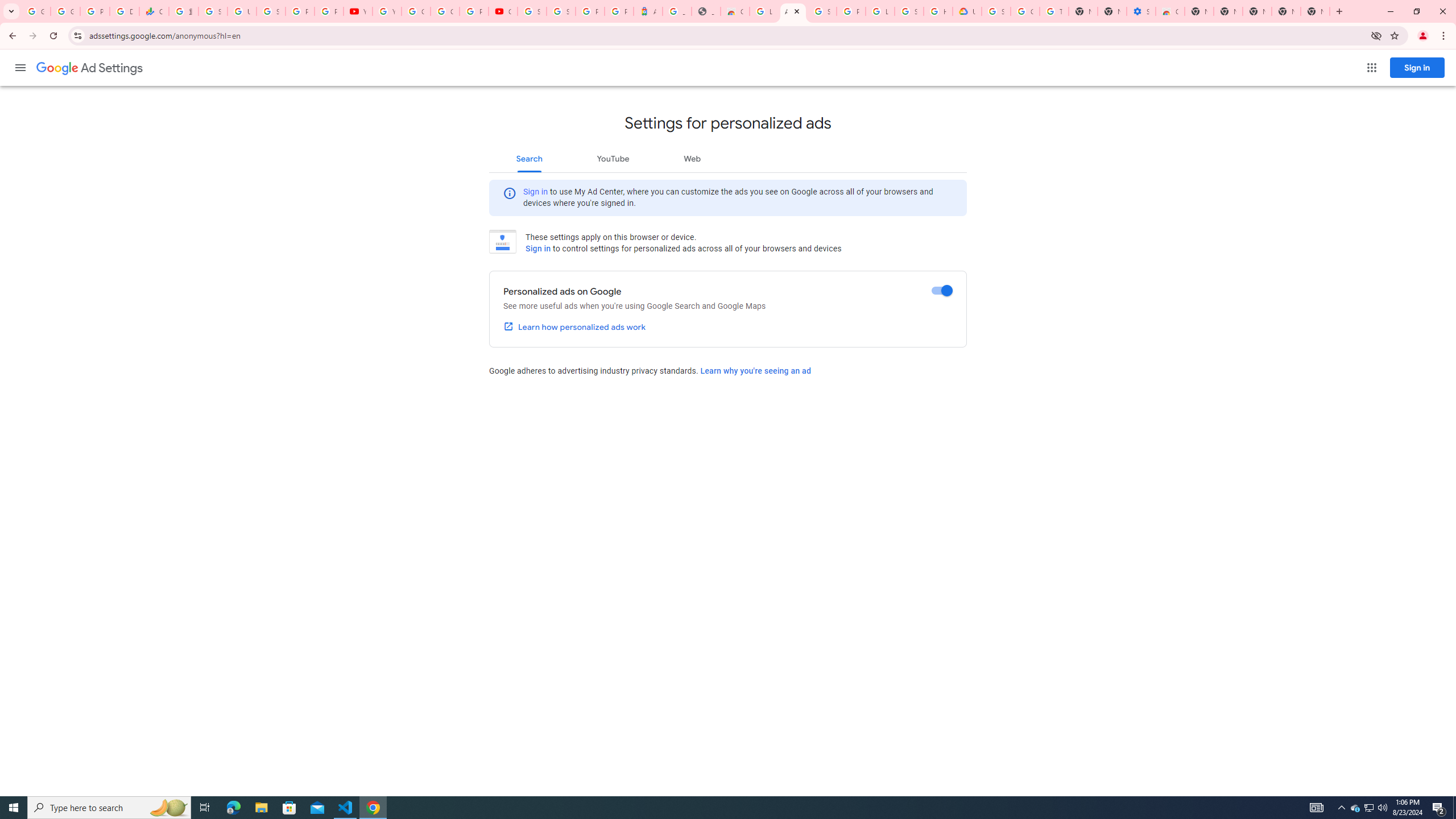 Image resolution: width=1456 pixels, height=819 pixels. Describe the element at coordinates (1140, 11) in the screenshot. I see `'Settings - Accessibility'` at that location.